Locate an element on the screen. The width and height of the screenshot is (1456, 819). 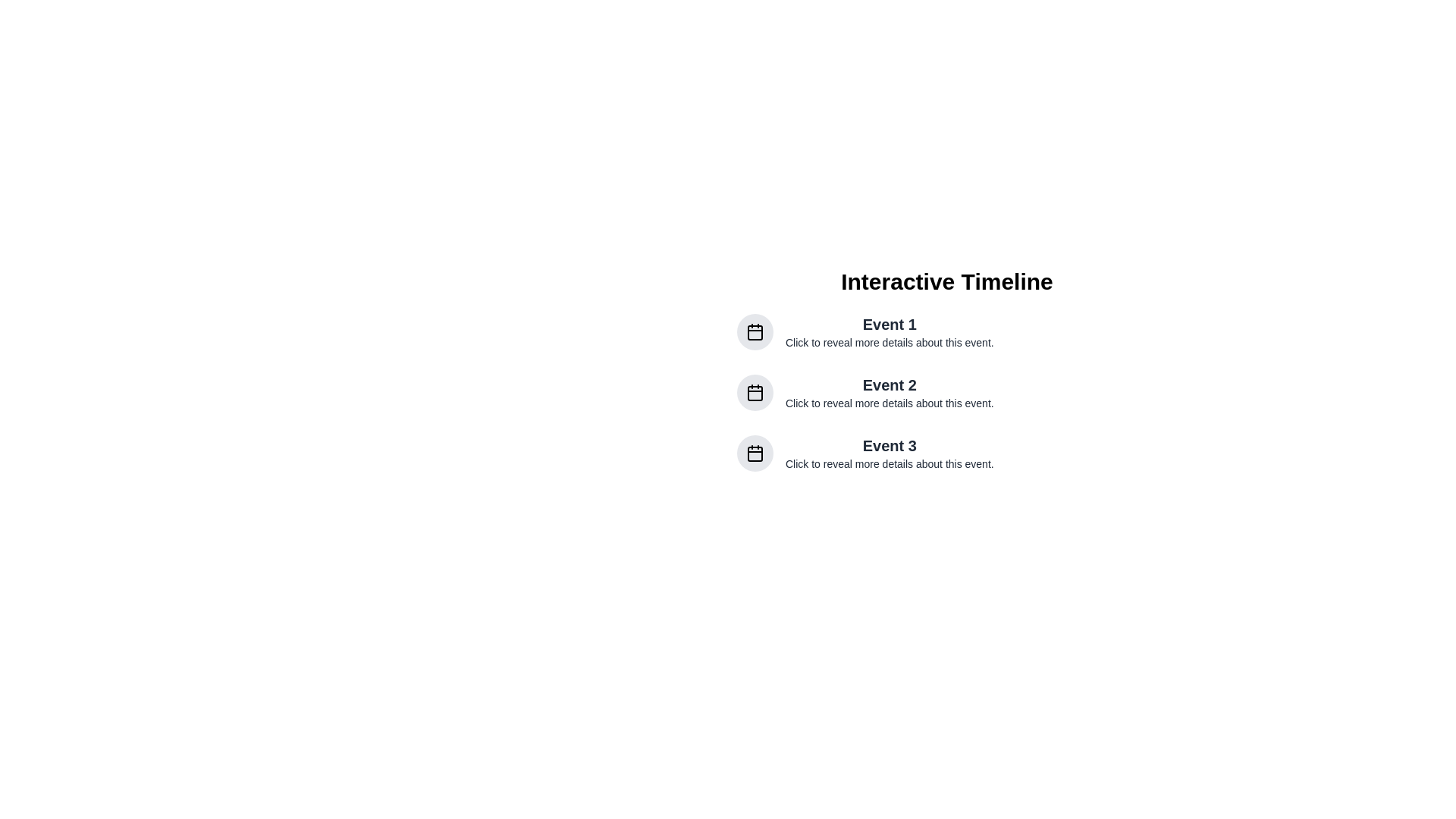
the calendar icon button representing 'Event 2' in the timeline, which is the leftmost component in the second row of content is located at coordinates (755, 391).